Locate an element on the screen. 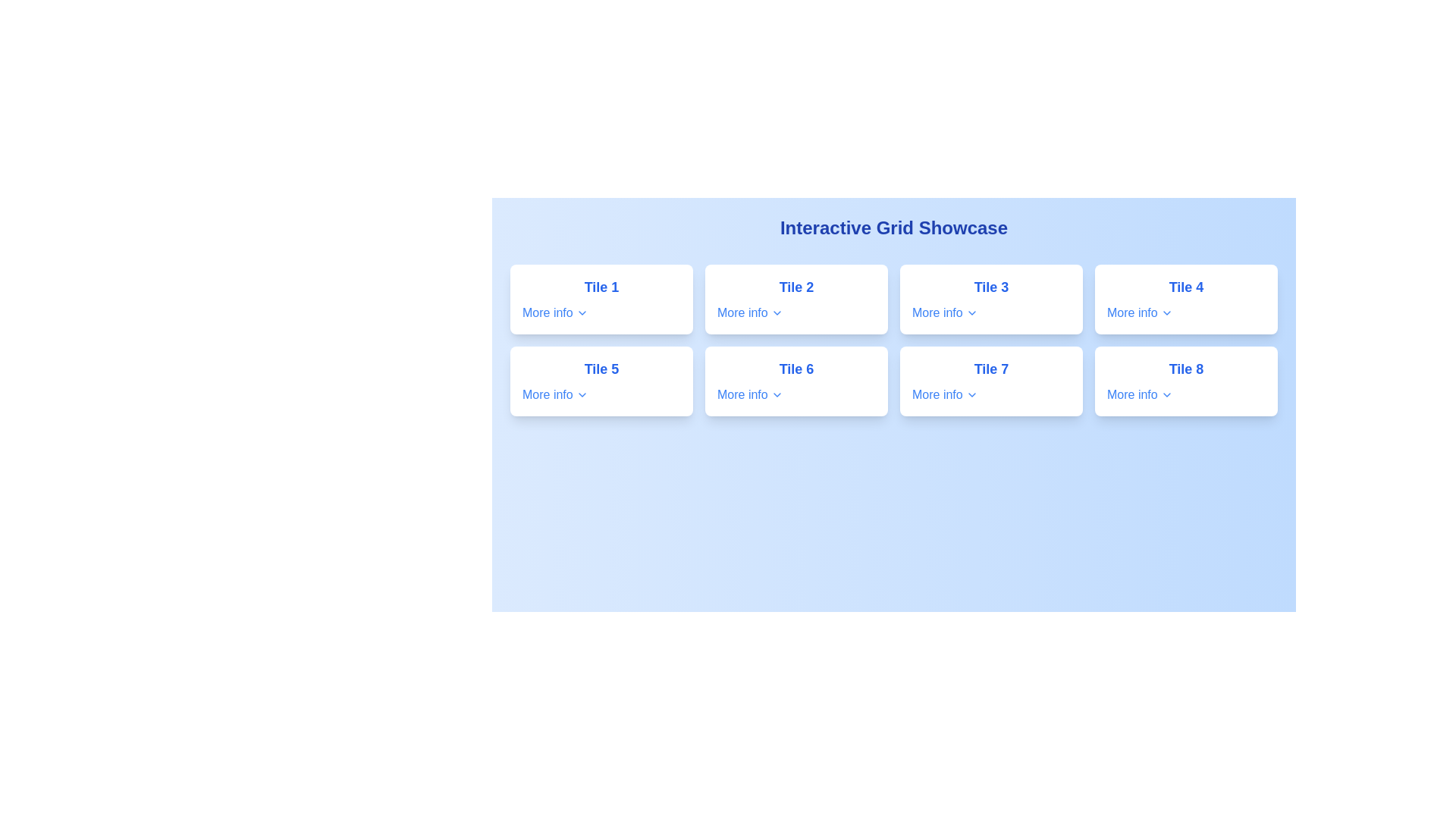 The image size is (1456, 819). text content of the title label located at the top center of the tile card, which serves as an identifier for the corresponding tile is located at coordinates (795, 287).